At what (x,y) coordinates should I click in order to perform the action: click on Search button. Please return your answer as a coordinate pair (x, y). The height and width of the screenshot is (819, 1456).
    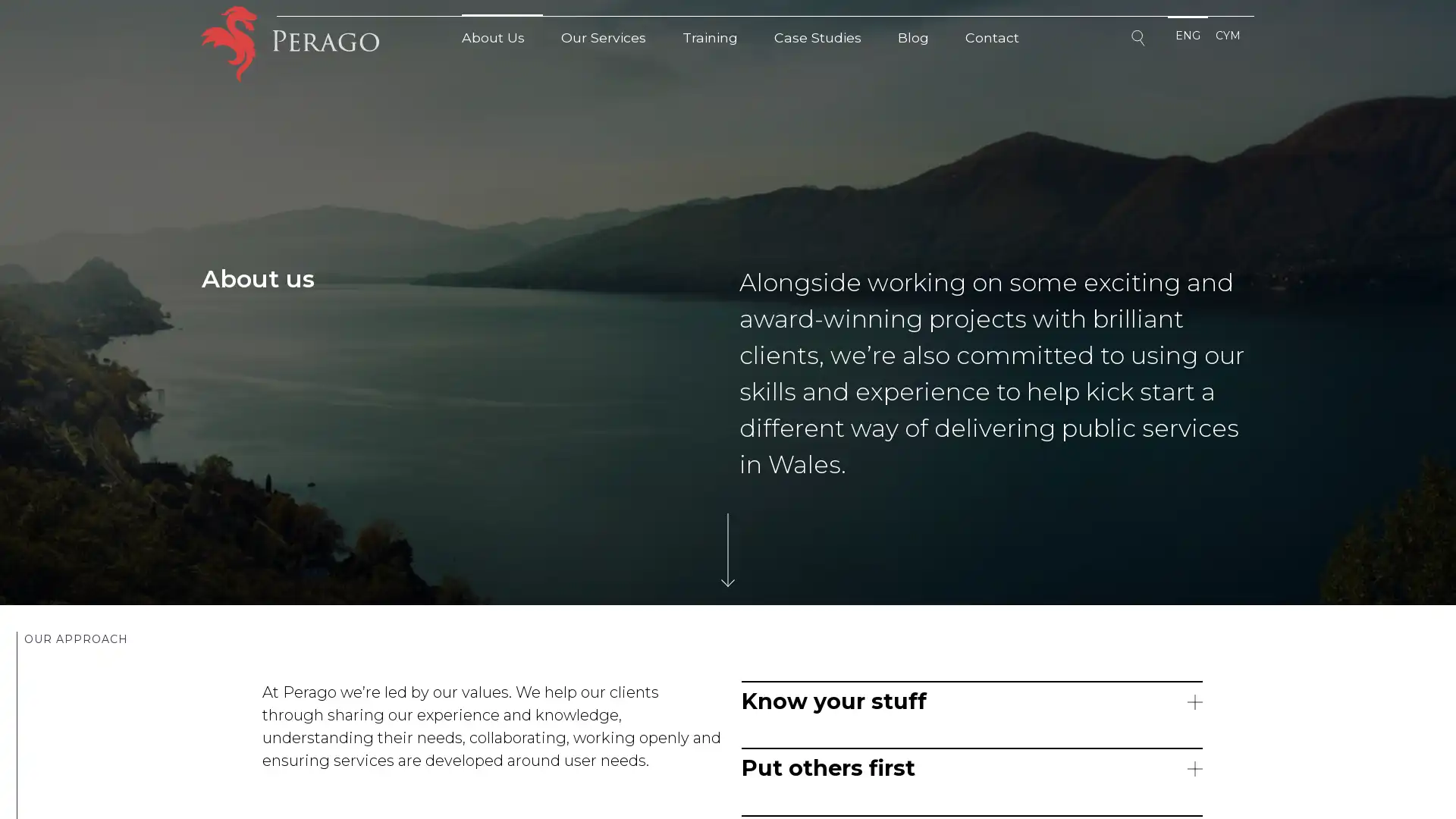
    Looking at the image, I should click on (1140, 40).